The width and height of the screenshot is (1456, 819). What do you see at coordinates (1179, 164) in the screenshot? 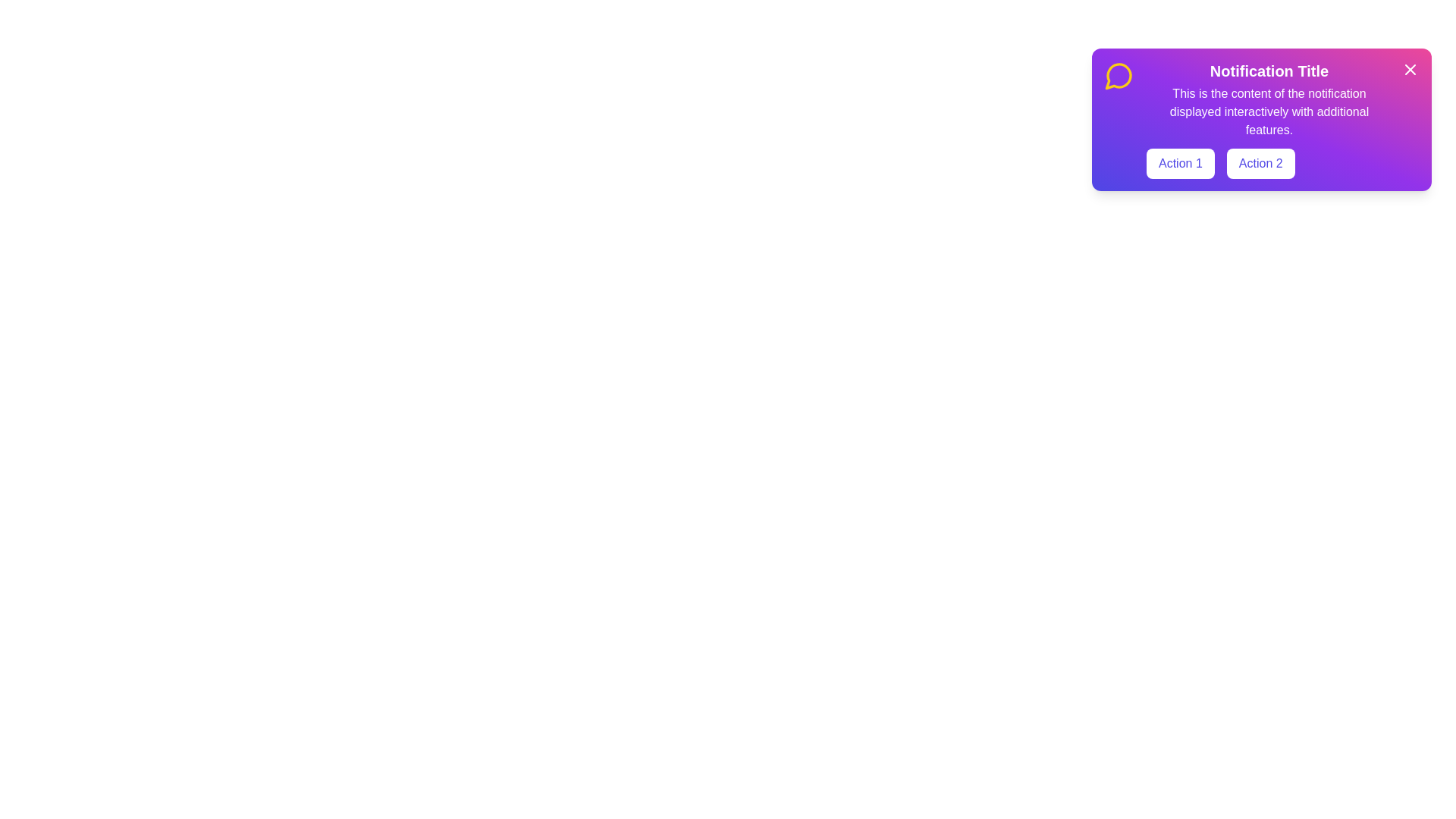
I see `the 'Action 1' button to trigger its function` at bounding box center [1179, 164].